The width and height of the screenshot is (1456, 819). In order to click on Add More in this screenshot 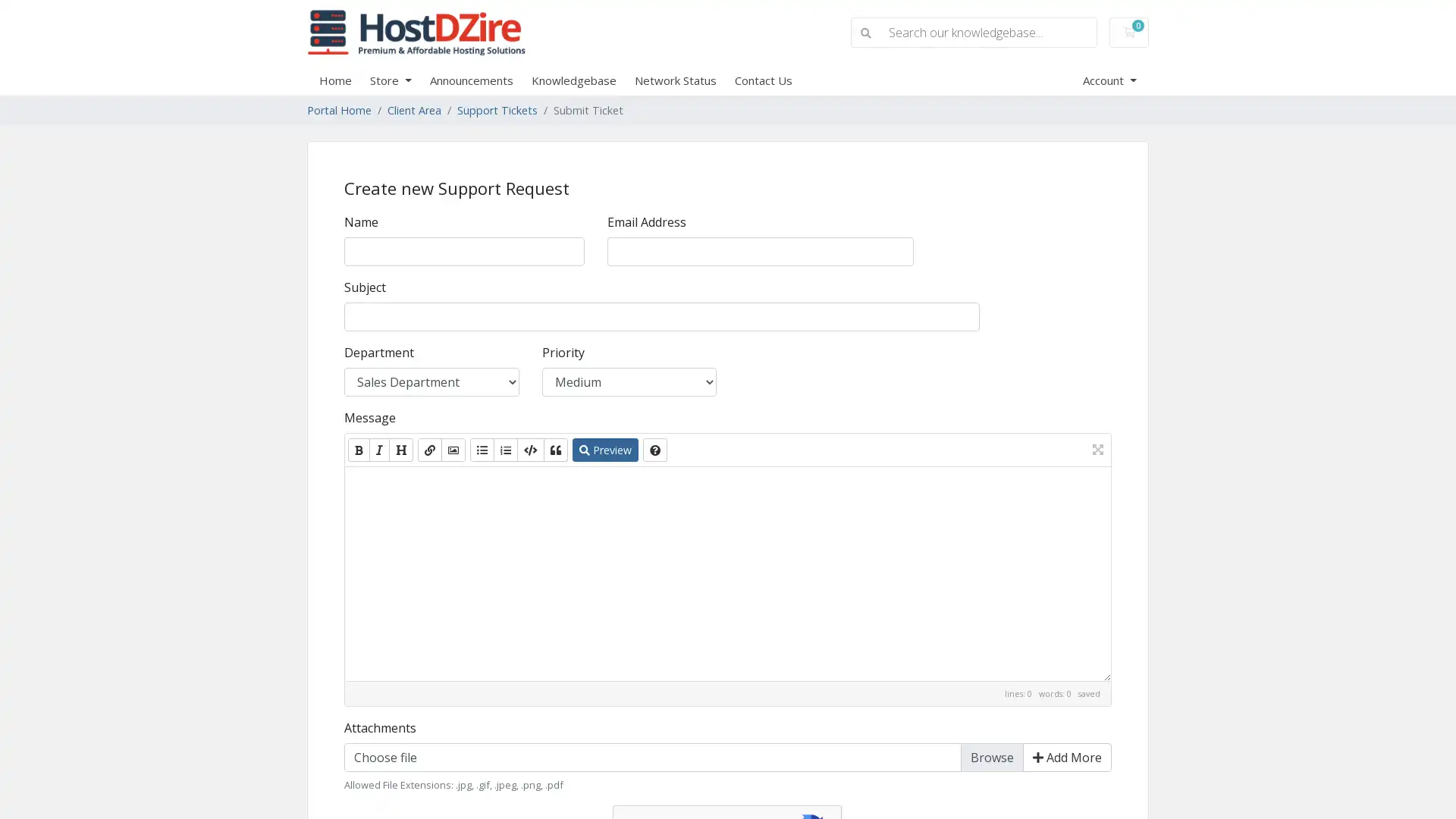, I will do `click(1066, 758)`.